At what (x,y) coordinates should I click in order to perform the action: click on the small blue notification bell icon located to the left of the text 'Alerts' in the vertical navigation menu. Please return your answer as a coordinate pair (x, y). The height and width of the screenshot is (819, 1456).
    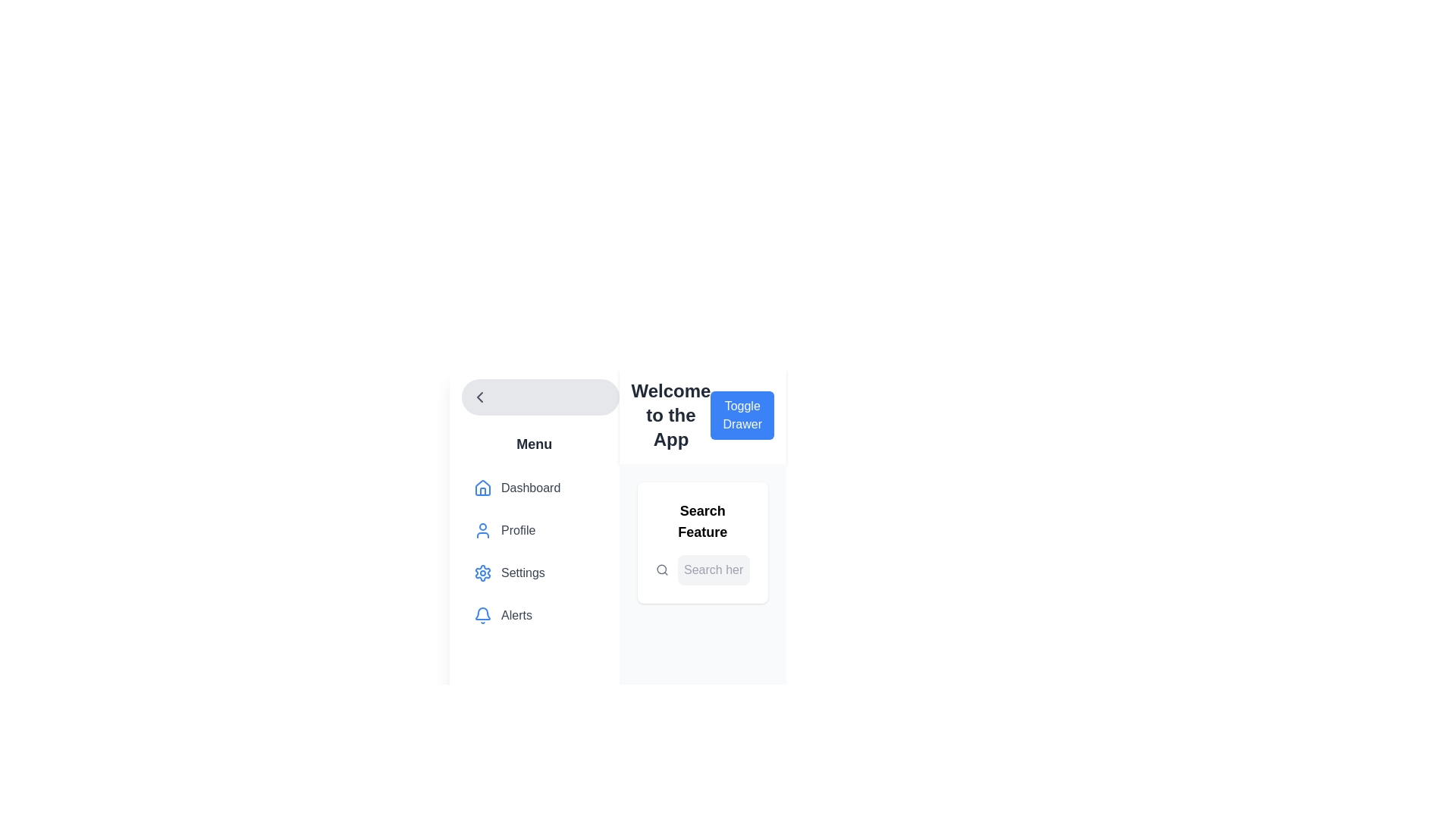
    Looking at the image, I should click on (482, 616).